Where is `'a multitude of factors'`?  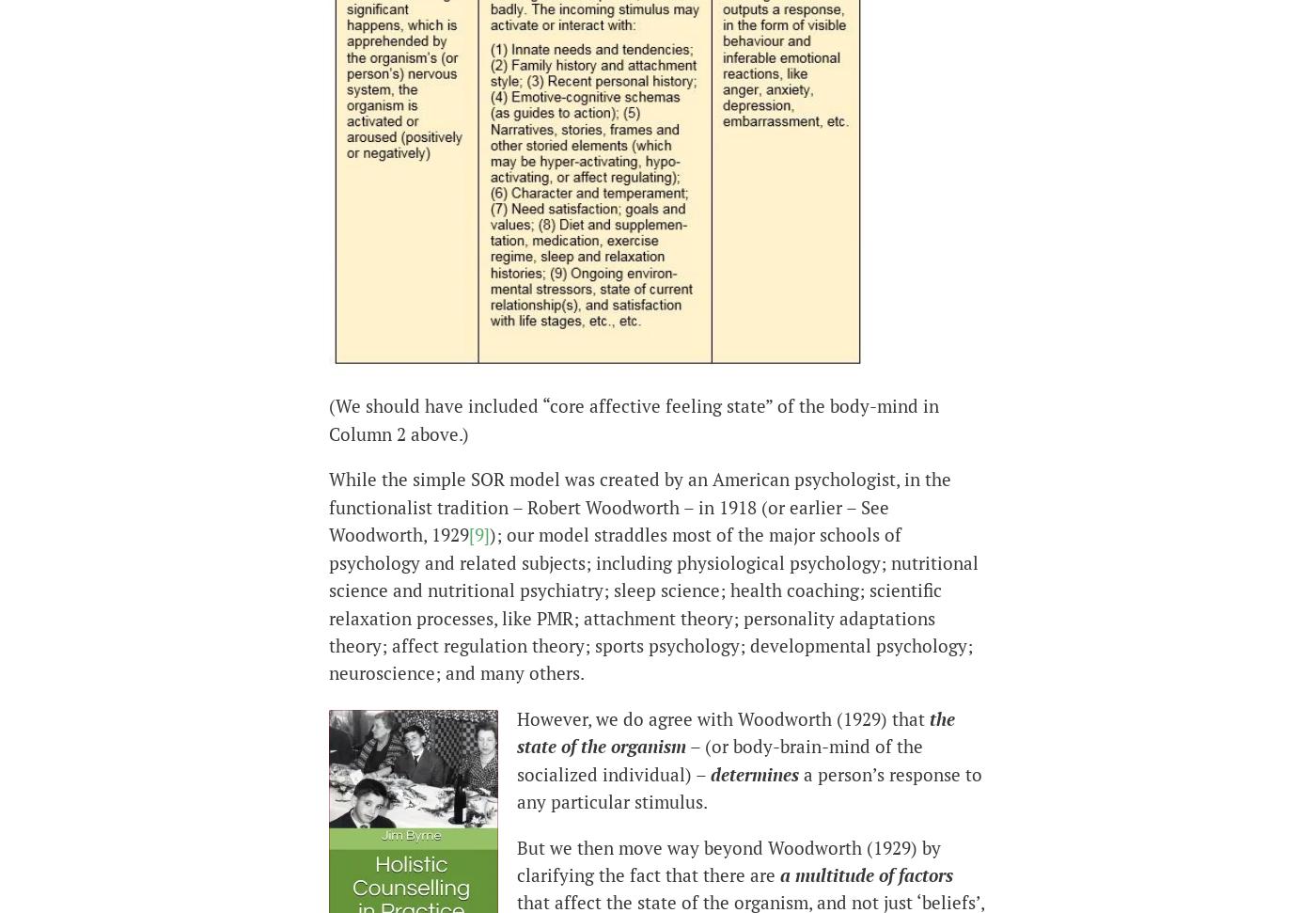
'a multitude of factors' is located at coordinates (867, 874).